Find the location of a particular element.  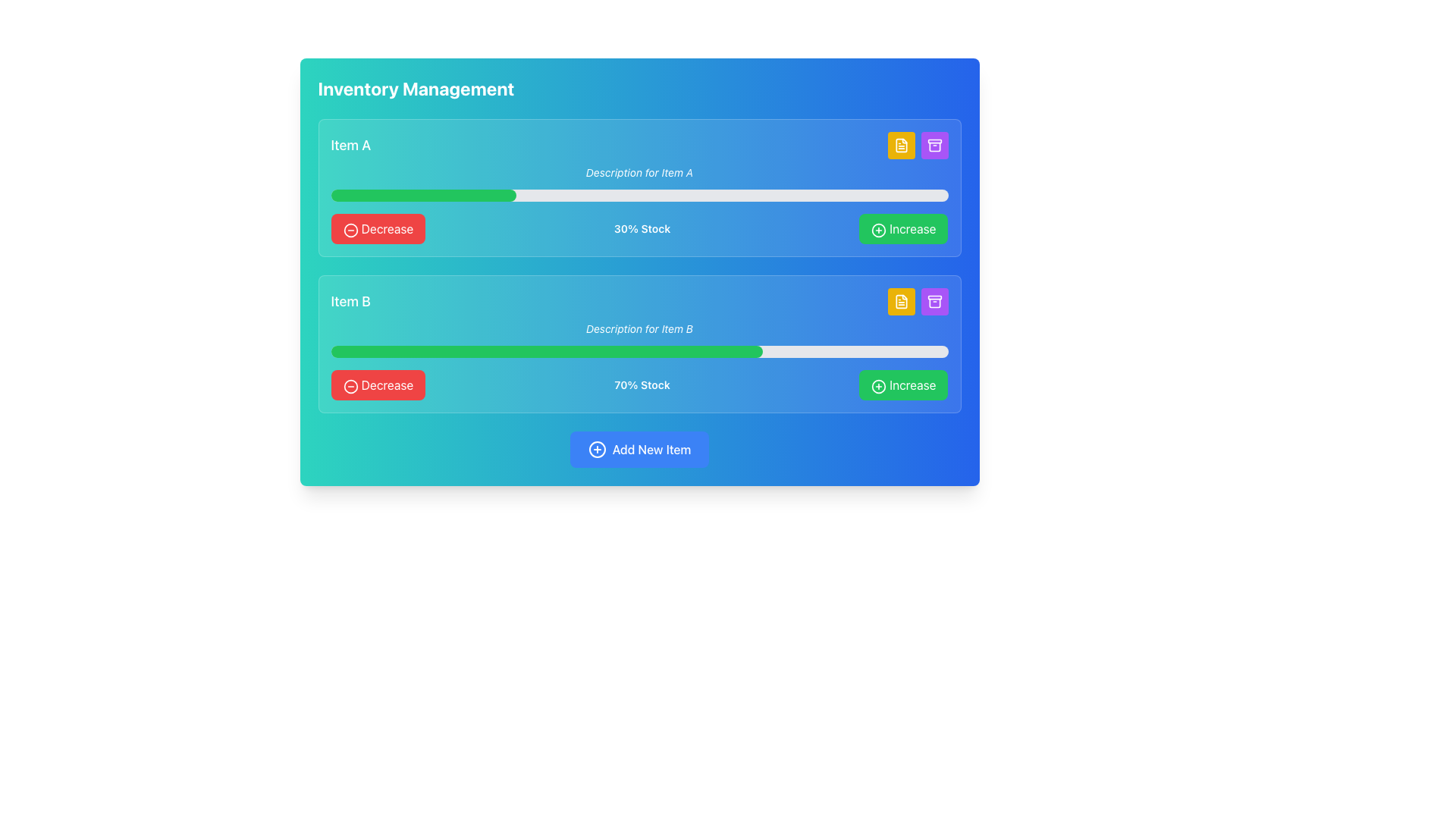

the decrement button for Item A in the inventory management interface to observe the hover effect is located at coordinates (378, 228).